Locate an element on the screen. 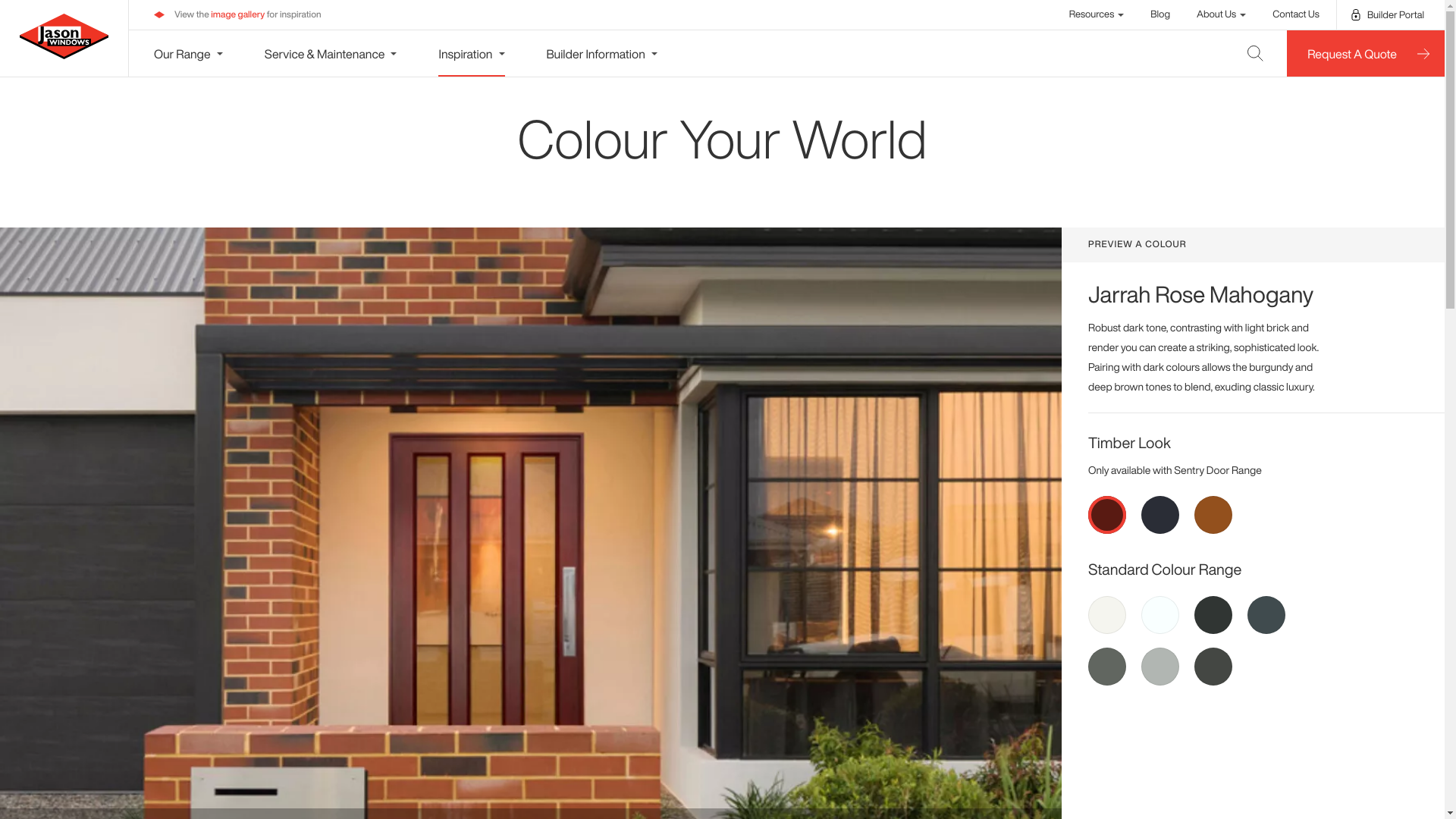  'Expand search bar' is located at coordinates (1232, 52).